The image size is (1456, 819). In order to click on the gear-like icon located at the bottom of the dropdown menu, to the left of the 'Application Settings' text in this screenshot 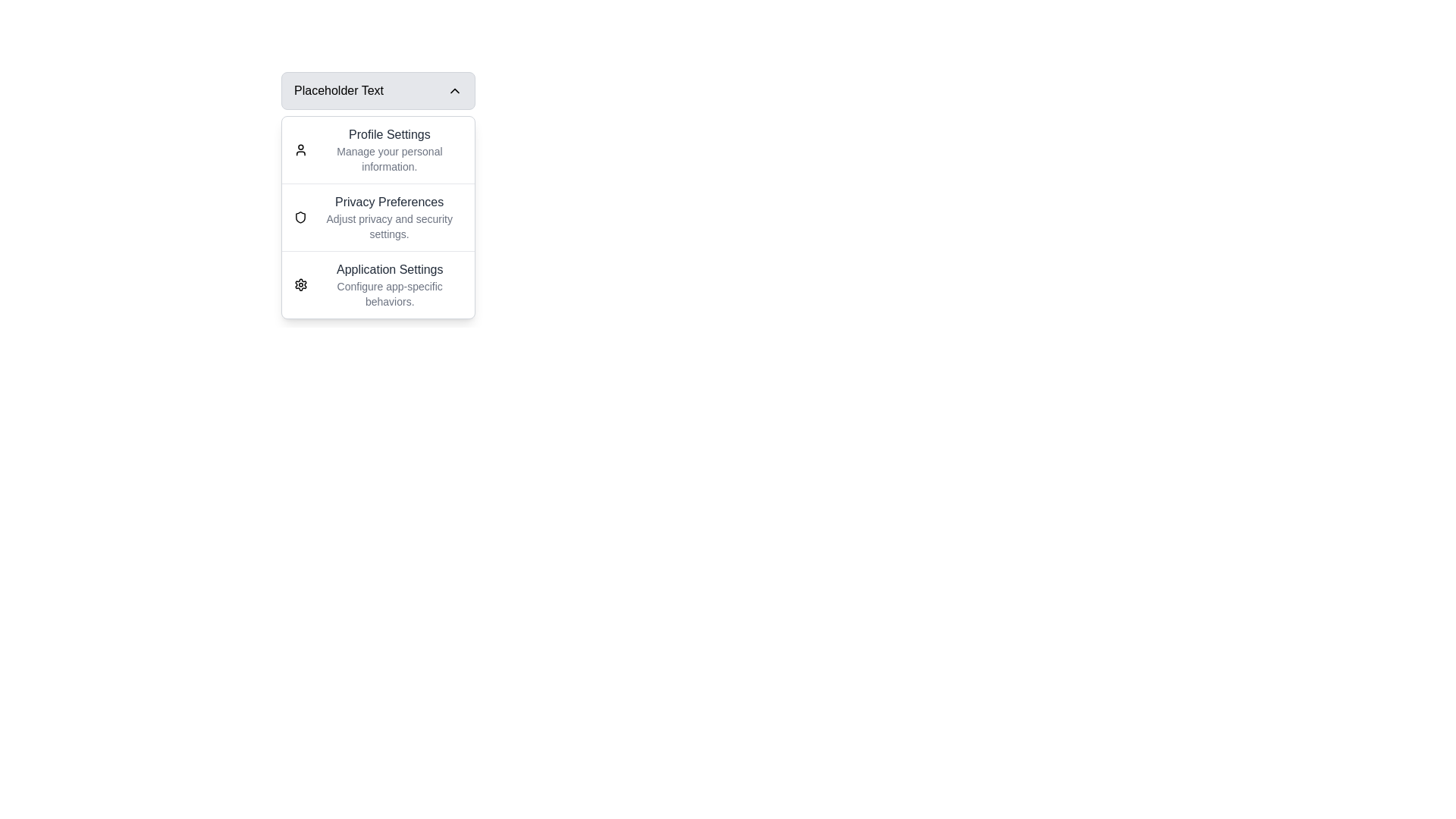, I will do `click(301, 284)`.